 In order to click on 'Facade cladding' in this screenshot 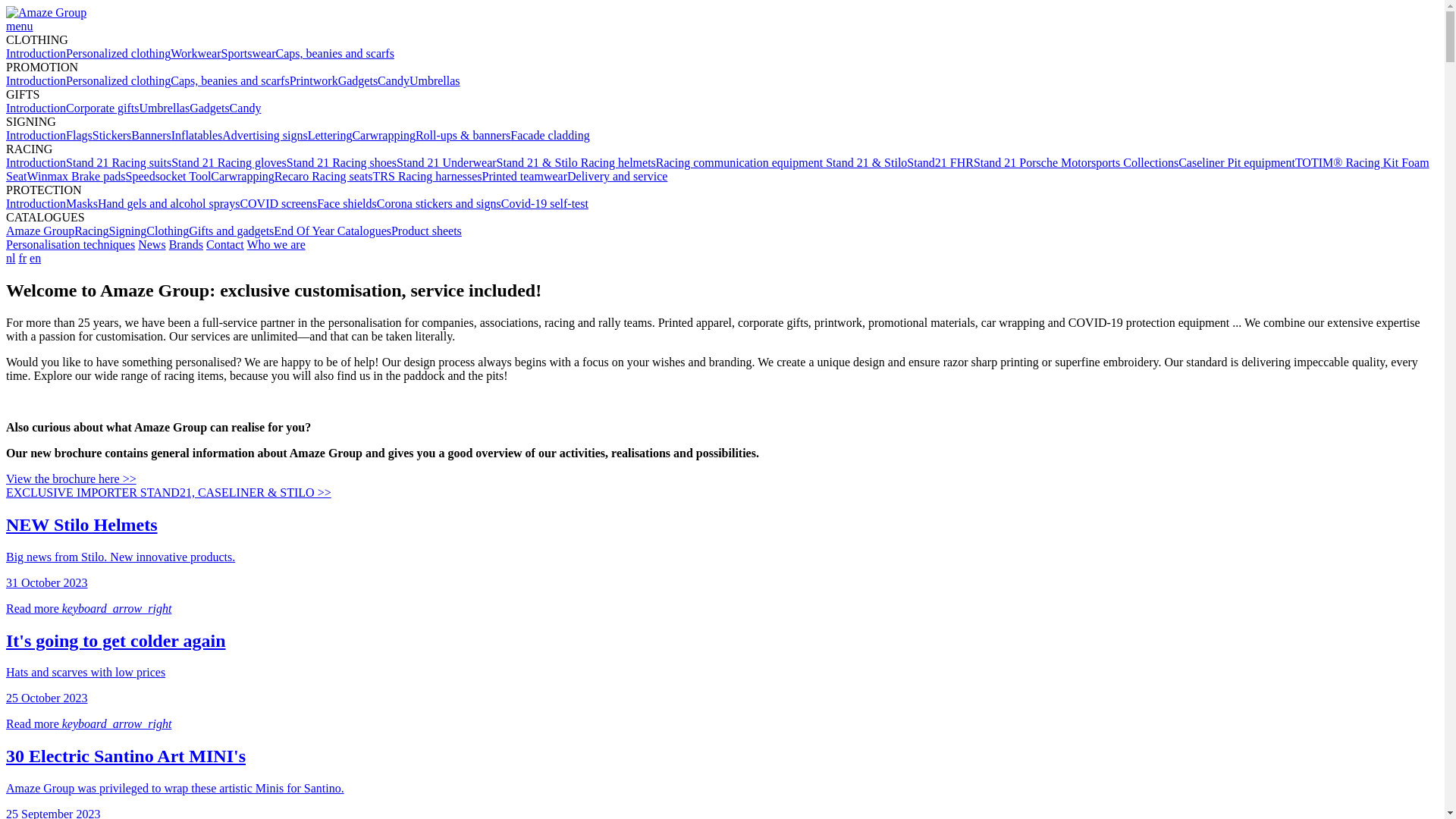, I will do `click(548, 134)`.